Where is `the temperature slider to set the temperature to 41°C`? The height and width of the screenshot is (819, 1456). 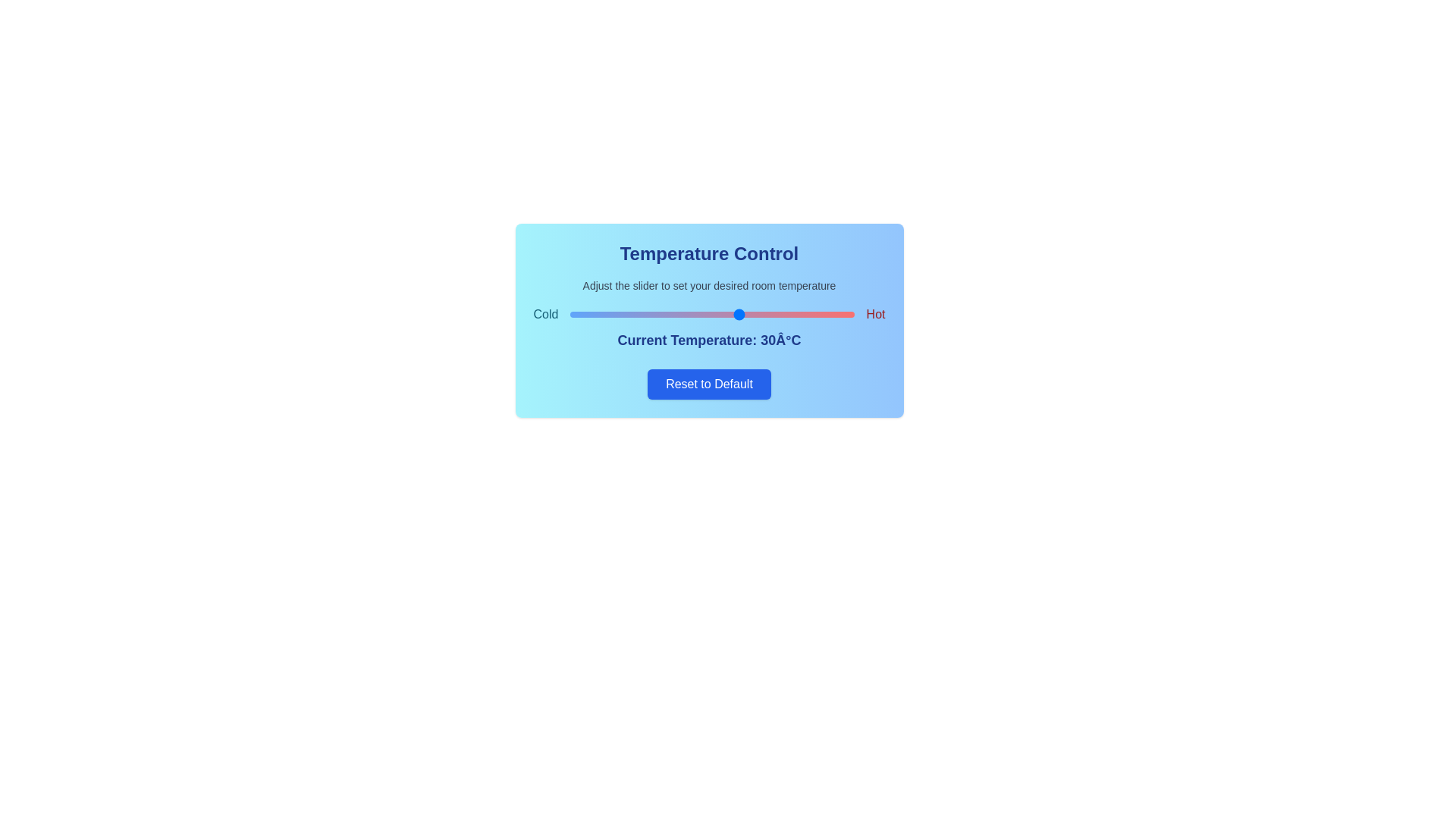
the temperature slider to set the temperature to 41°C is located at coordinates (802, 314).